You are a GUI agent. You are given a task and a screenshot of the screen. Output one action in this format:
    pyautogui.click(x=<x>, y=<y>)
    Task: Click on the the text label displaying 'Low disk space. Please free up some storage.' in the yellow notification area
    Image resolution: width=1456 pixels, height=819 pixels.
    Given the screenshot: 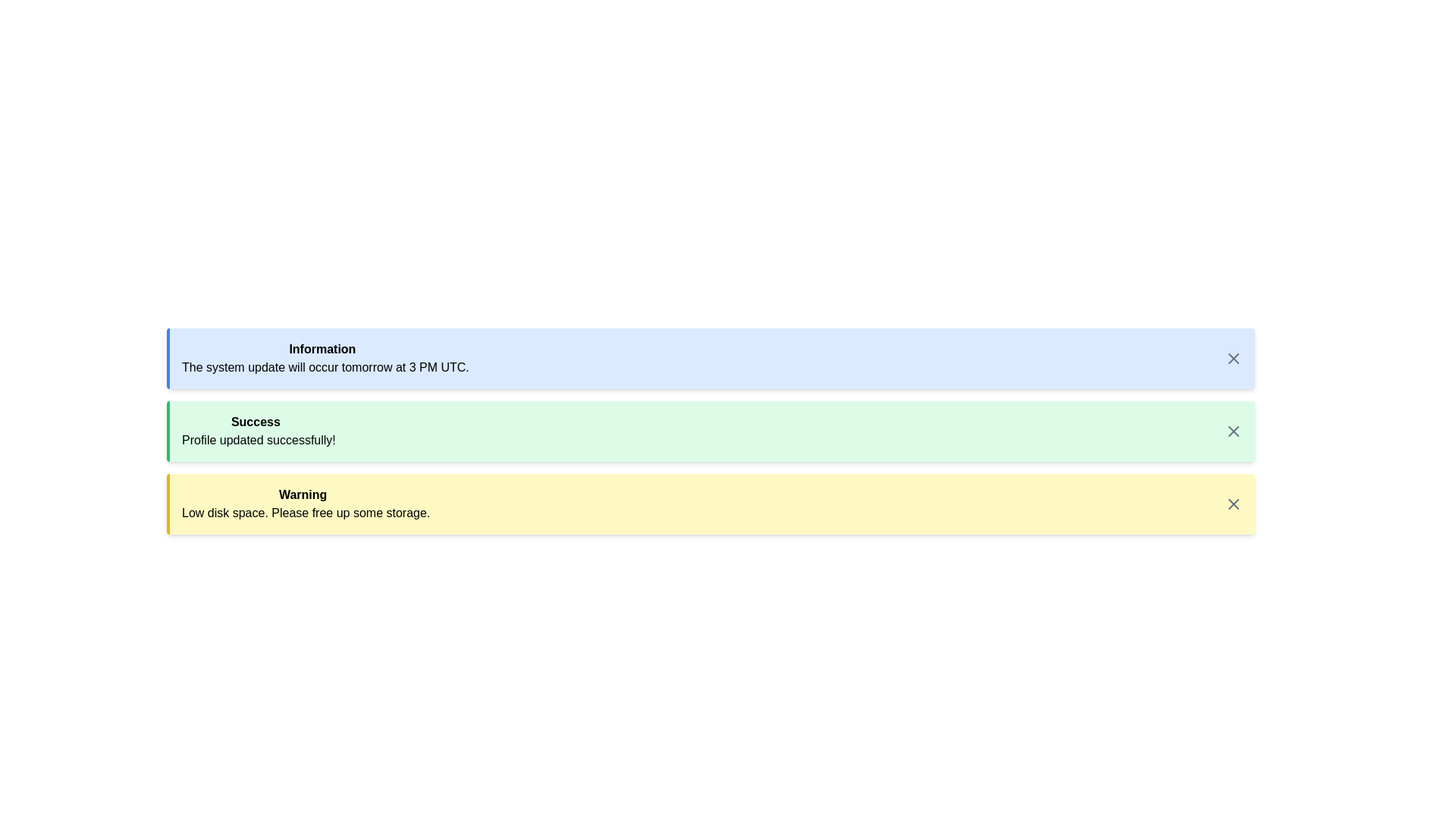 What is the action you would take?
    pyautogui.click(x=305, y=513)
    